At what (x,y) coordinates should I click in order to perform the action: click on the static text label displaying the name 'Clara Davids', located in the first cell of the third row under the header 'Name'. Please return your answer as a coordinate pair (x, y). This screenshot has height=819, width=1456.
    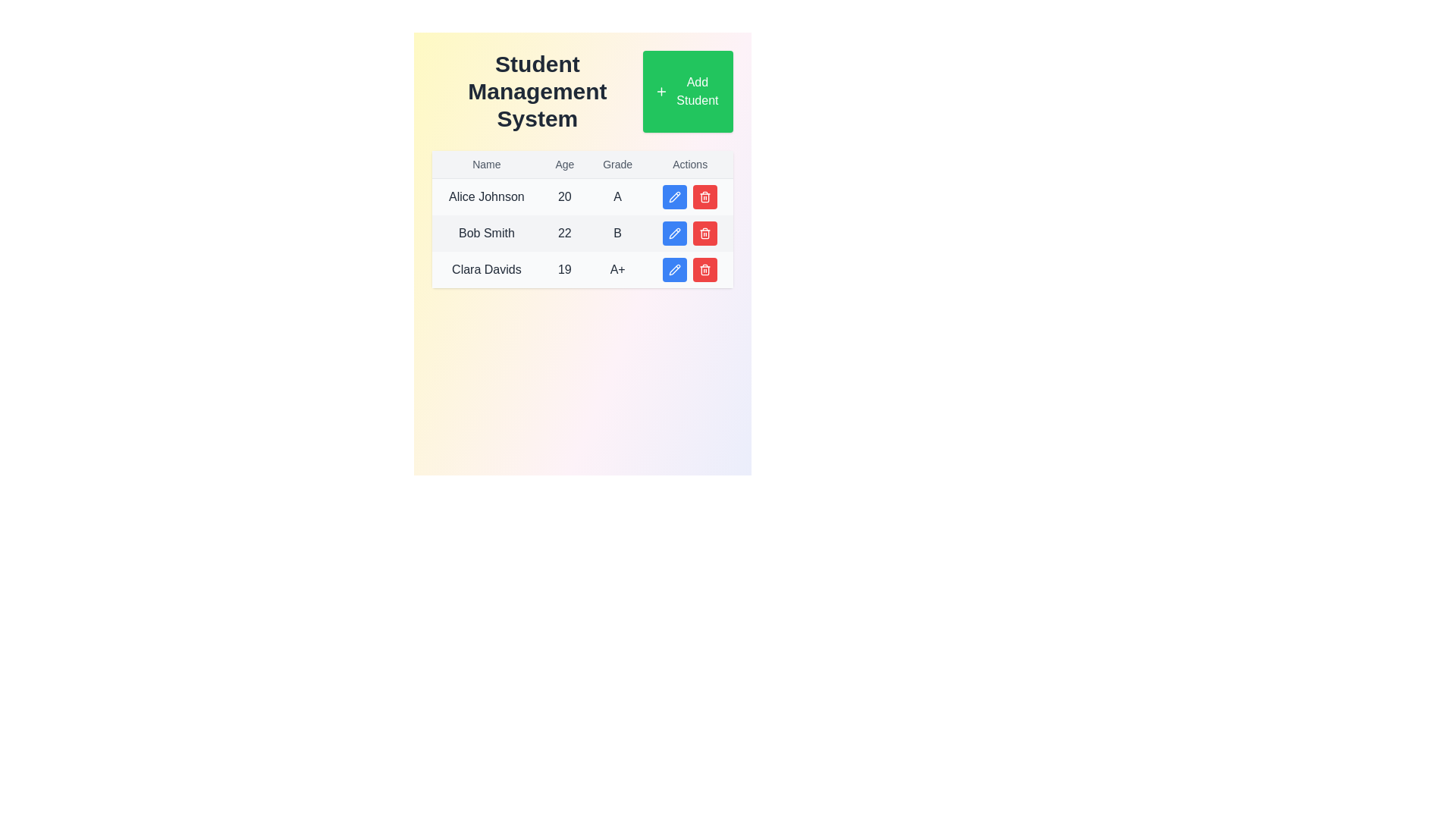
    Looking at the image, I should click on (486, 268).